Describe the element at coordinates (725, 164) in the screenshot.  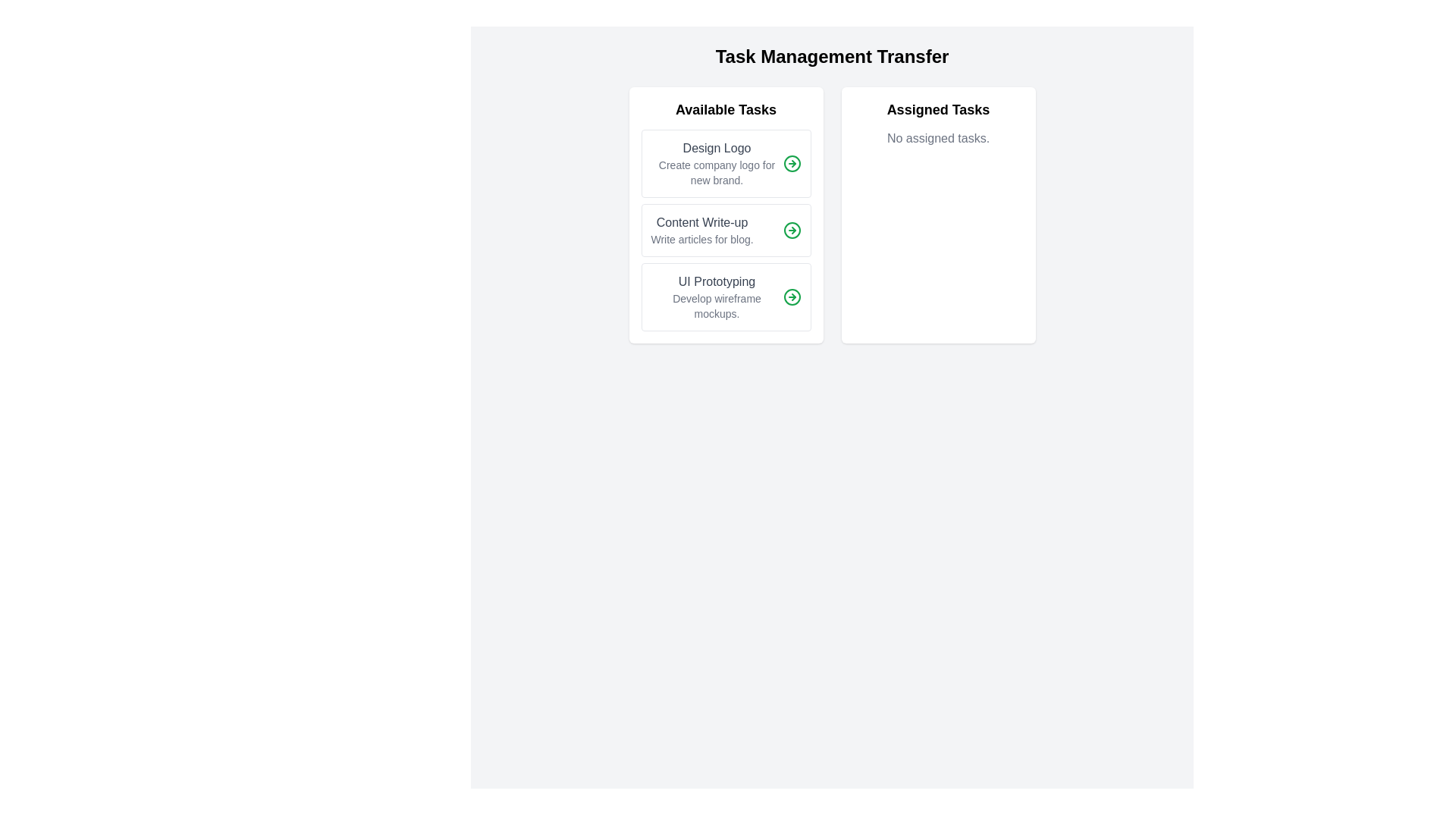
I see `task information from the 'Design Logo' card, which is the first card in the 'Available Tasks' column, featuring a light gray background, a bold title, and a description` at that location.